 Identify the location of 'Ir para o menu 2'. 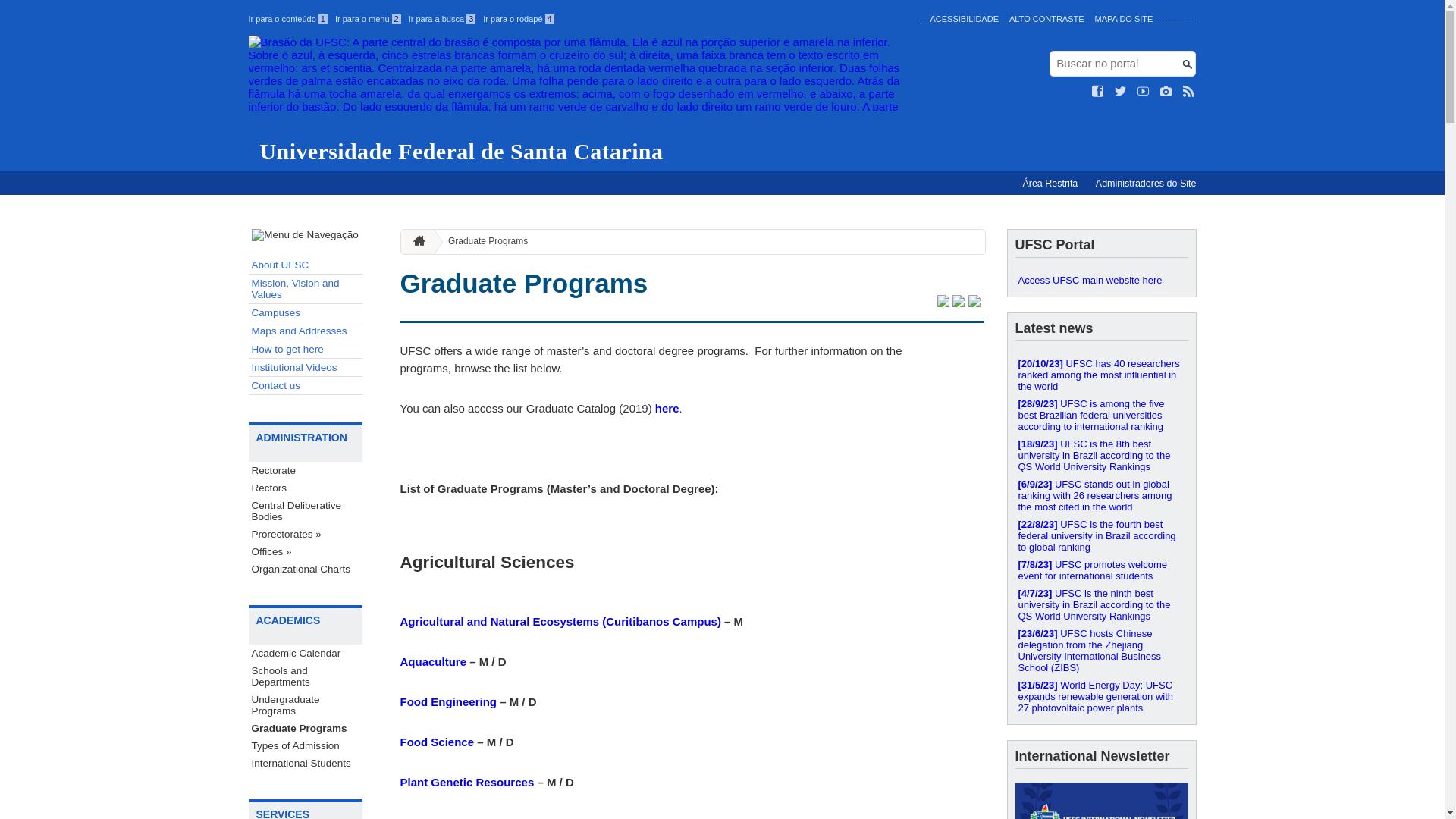
(334, 18).